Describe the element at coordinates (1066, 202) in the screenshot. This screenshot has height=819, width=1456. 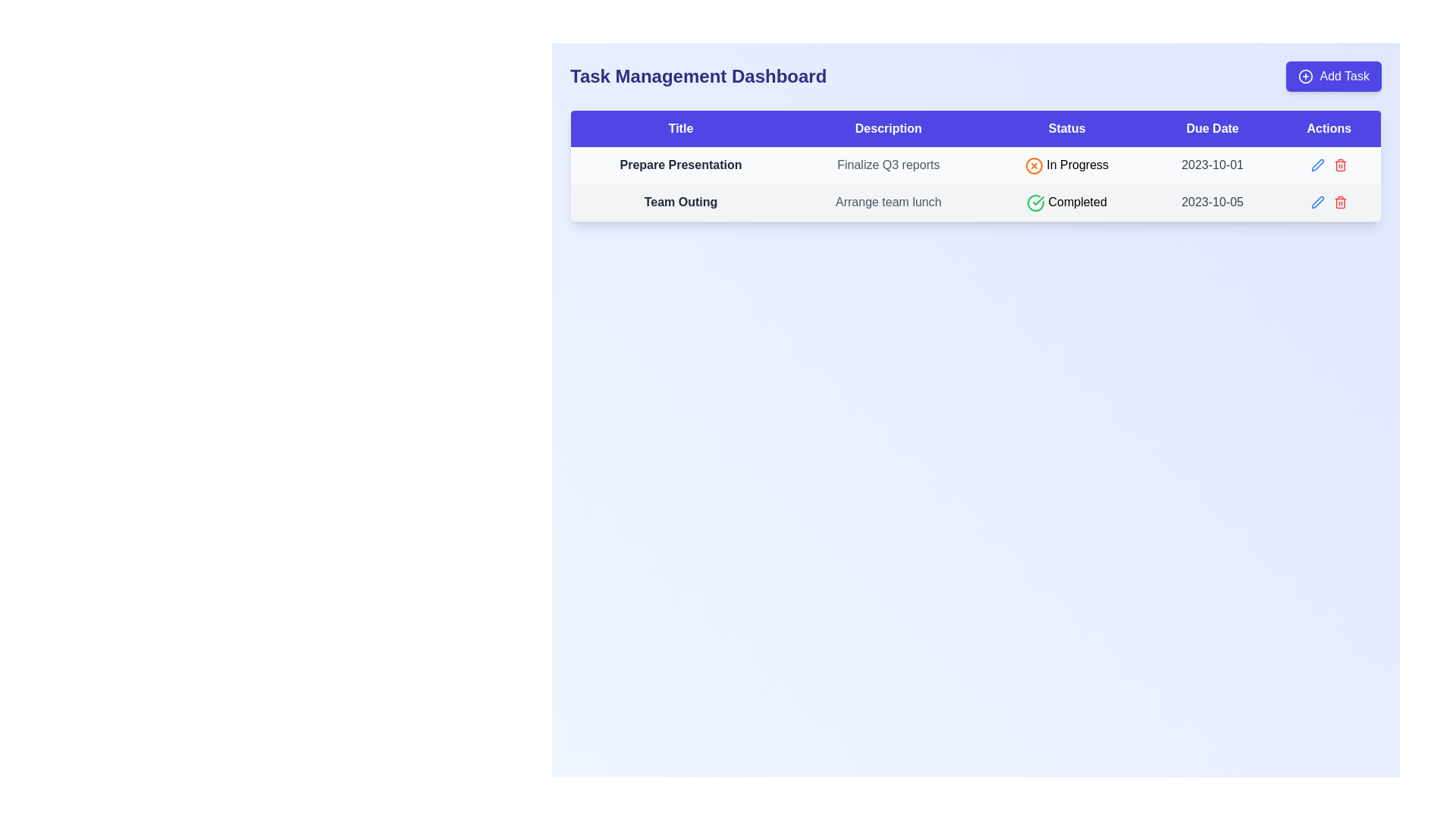
I see `text 'Completed' and interpret the green circular checkmark icon in the Status indicator for the task 'Team Outing' in the Task Management Dashboard` at that location.